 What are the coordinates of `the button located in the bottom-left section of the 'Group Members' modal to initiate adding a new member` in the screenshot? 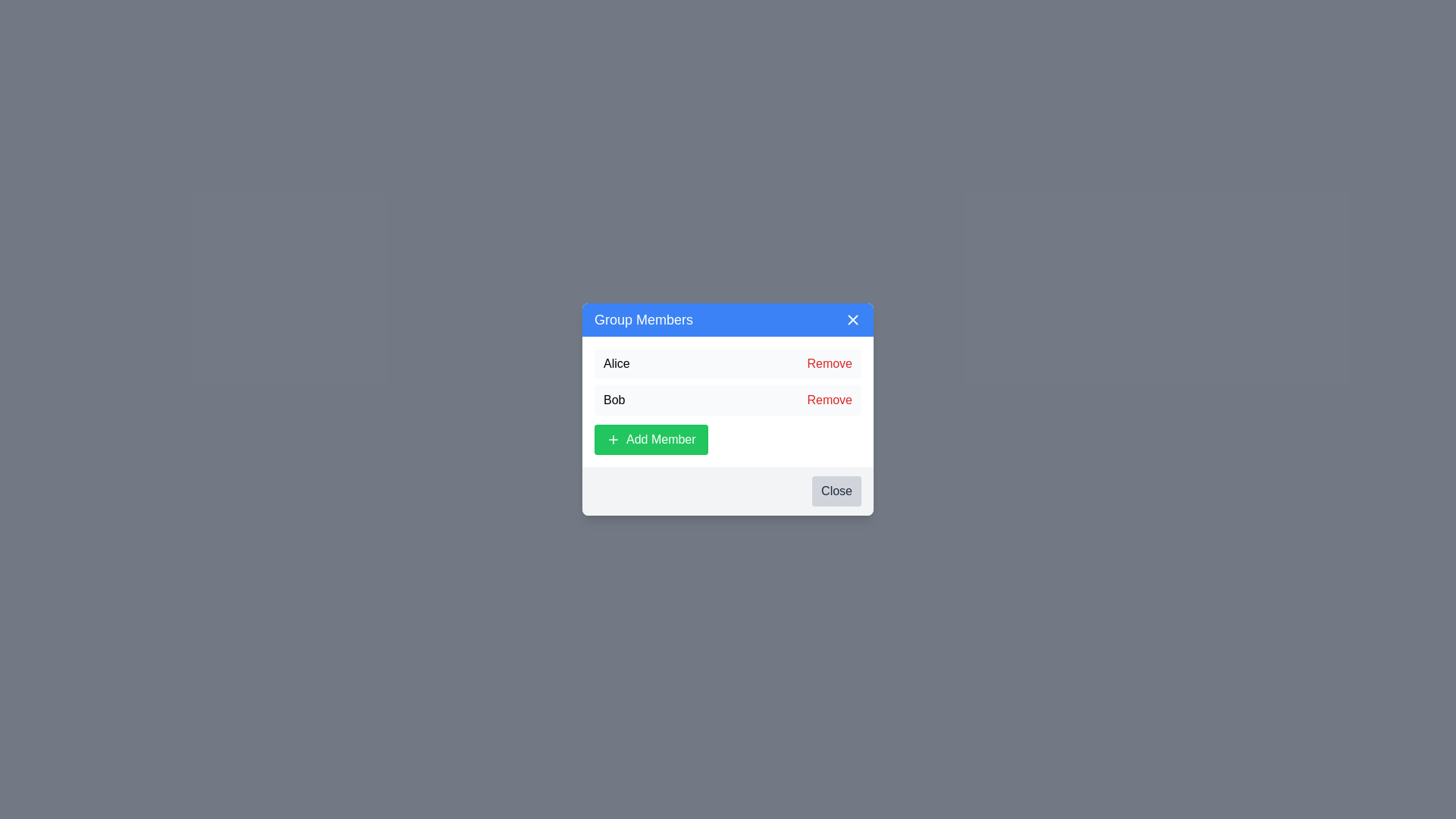 It's located at (651, 439).